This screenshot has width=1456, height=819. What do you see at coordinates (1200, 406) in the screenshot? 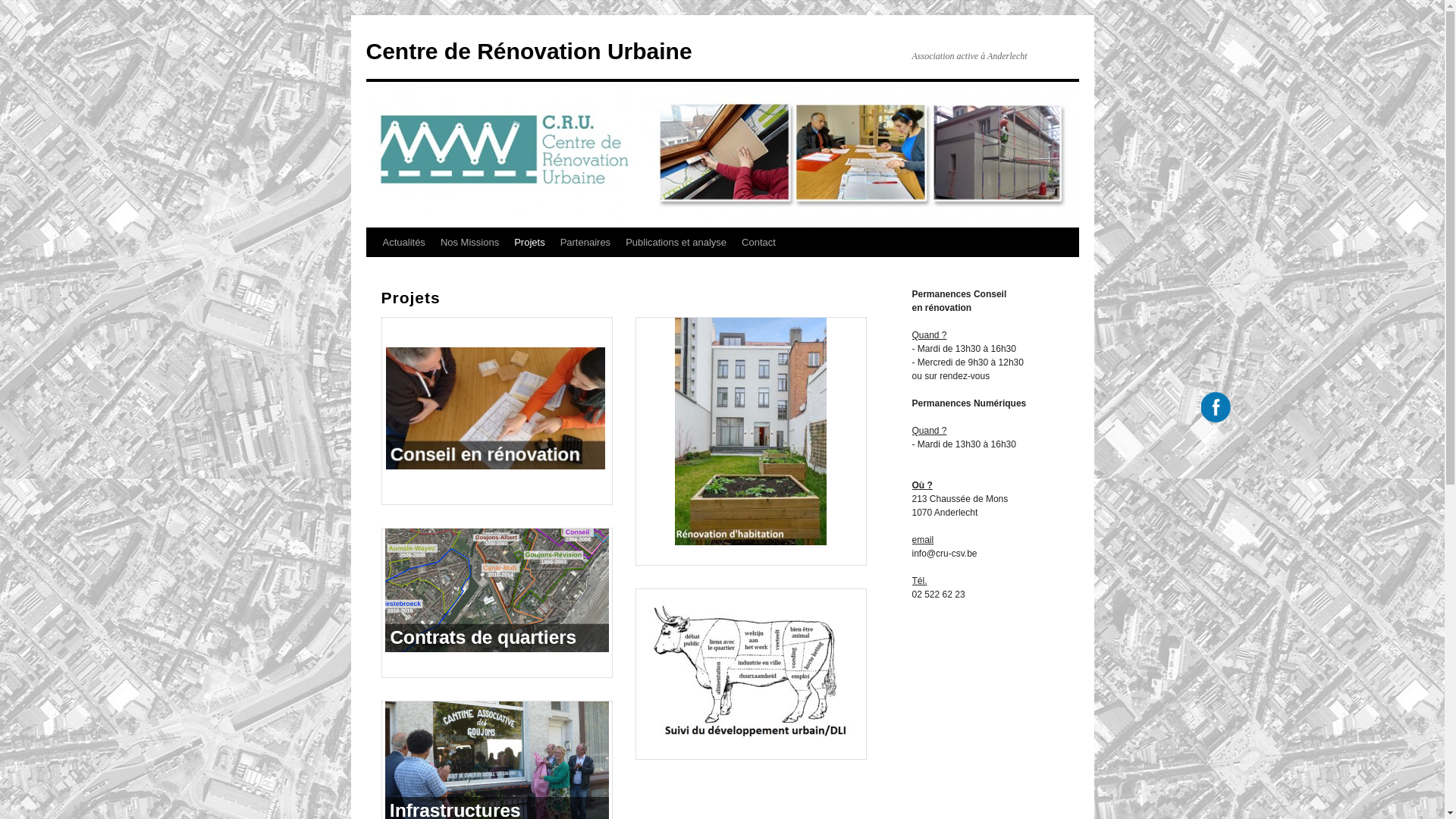
I see `'Facebook'` at bounding box center [1200, 406].